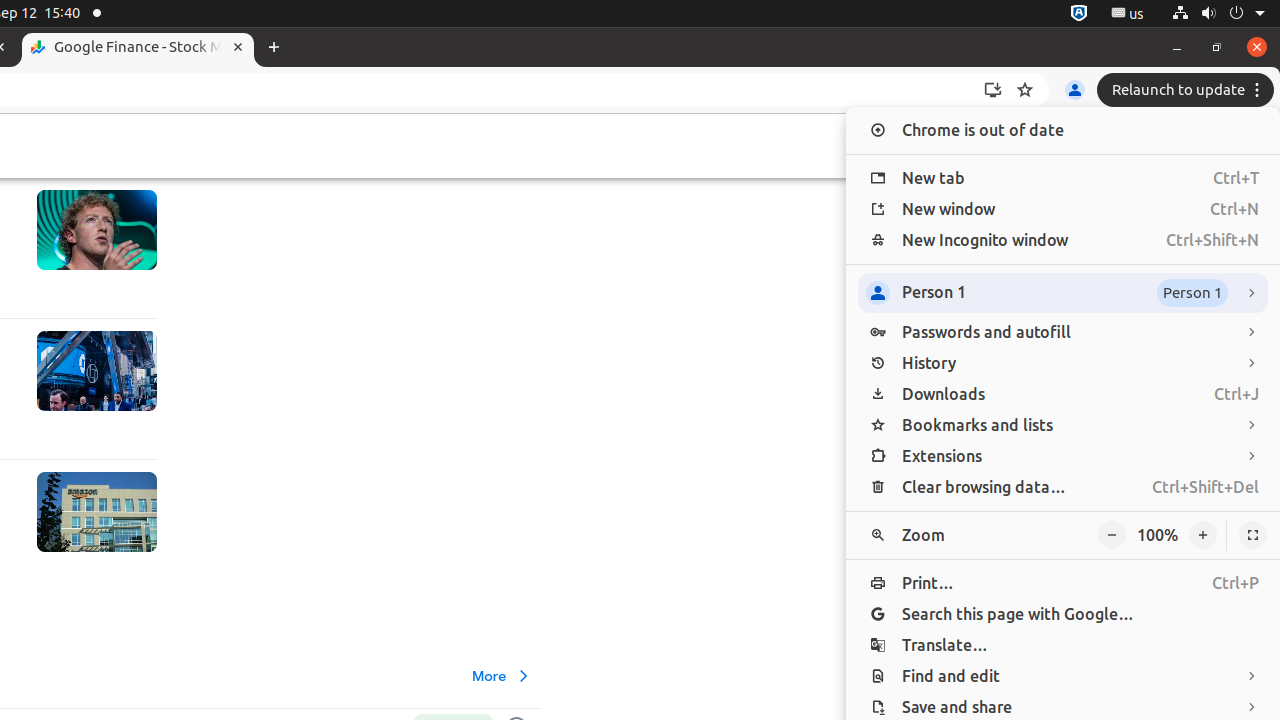 This screenshot has height=720, width=1280. I want to click on 'System', so click(1217, 13).